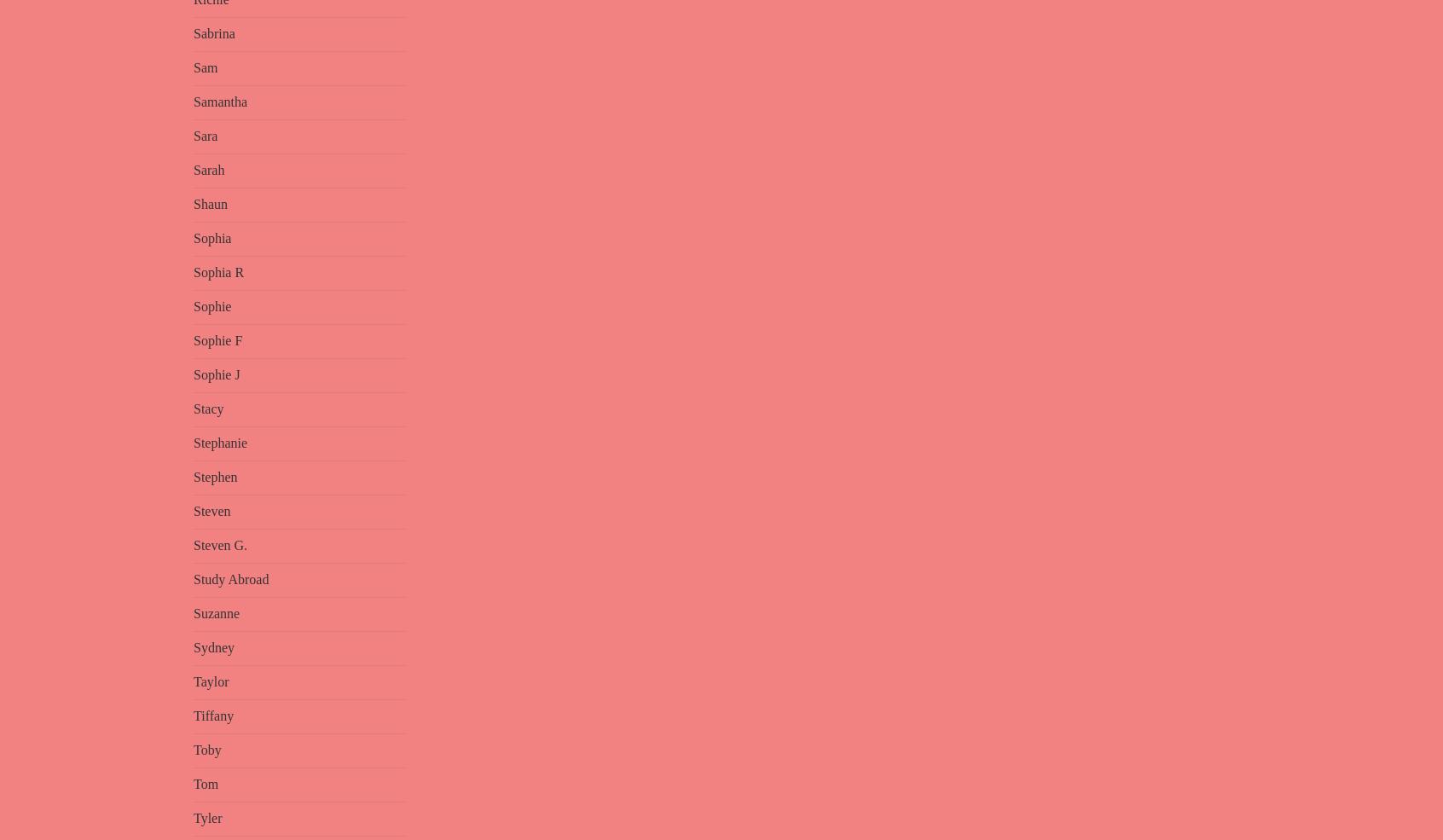 The width and height of the screenshot is (1443, 840). What do you see at coordinates (194, 510) in the screenshot?
I see `'Steven'` at bounding box center [194, 510].